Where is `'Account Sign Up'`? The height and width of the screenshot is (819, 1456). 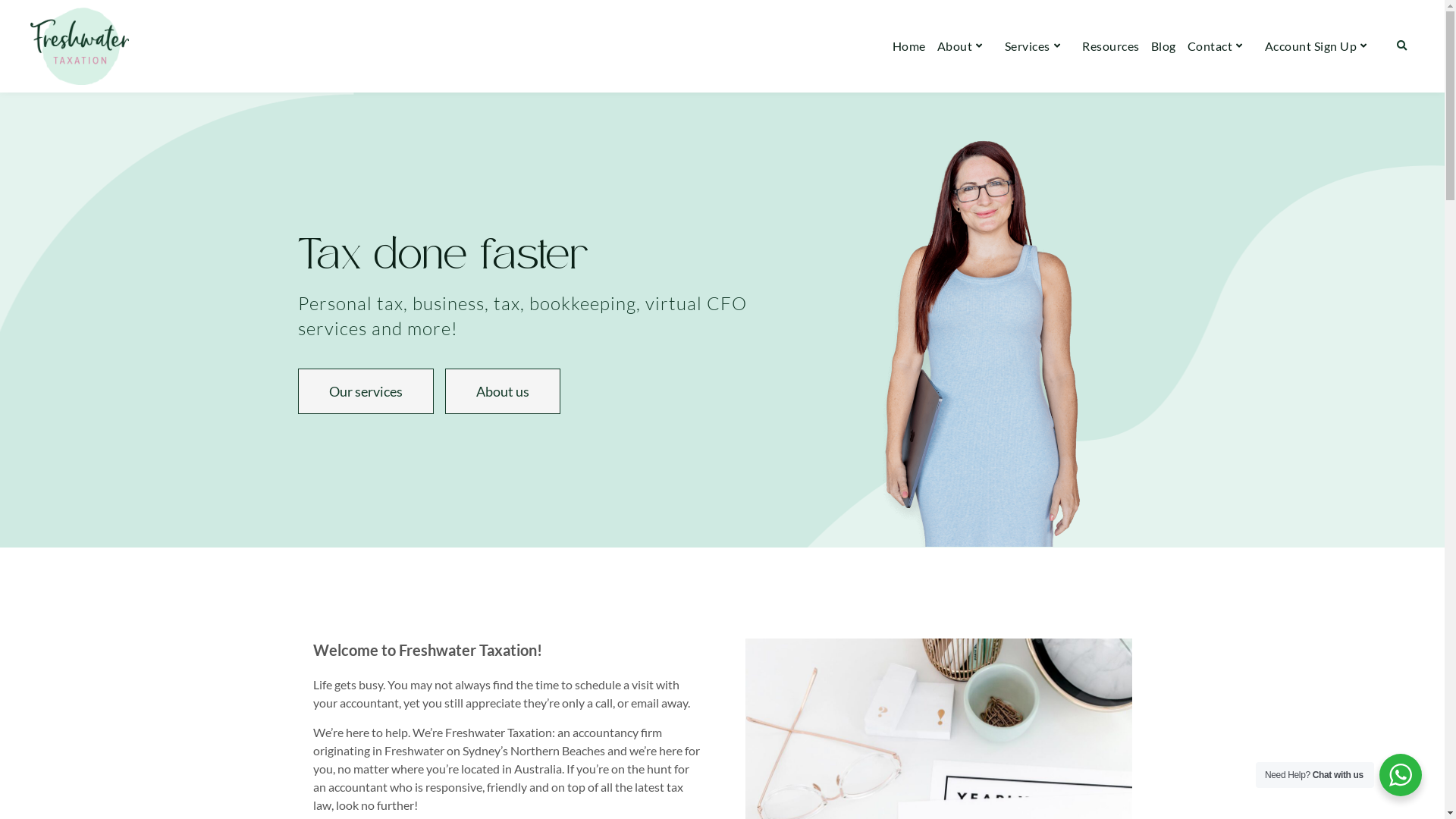 'Account Sign Up' is located at coordinates (1320, 45).